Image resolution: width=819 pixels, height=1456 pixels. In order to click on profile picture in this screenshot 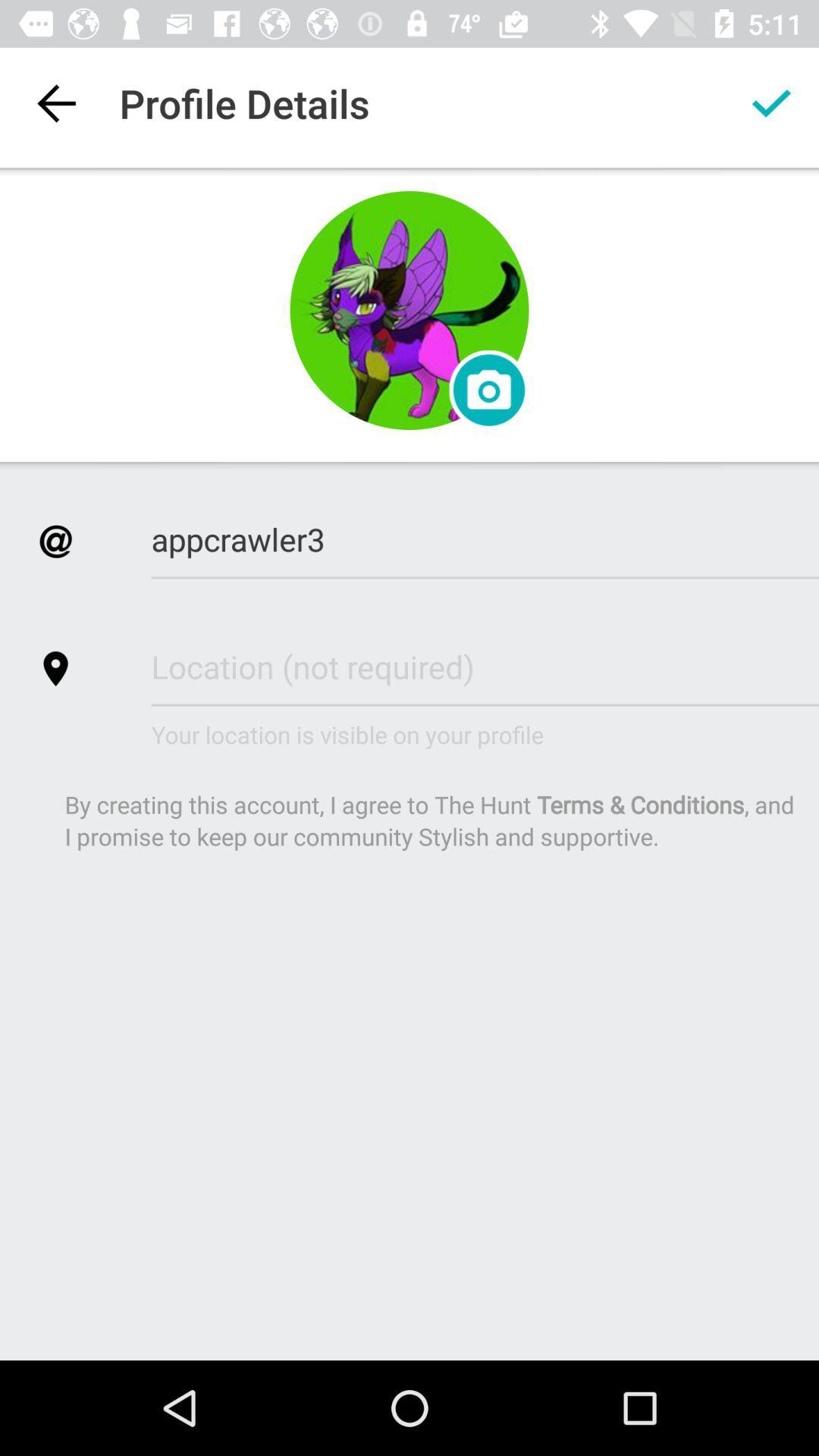, I will do `click(488, 390)`.